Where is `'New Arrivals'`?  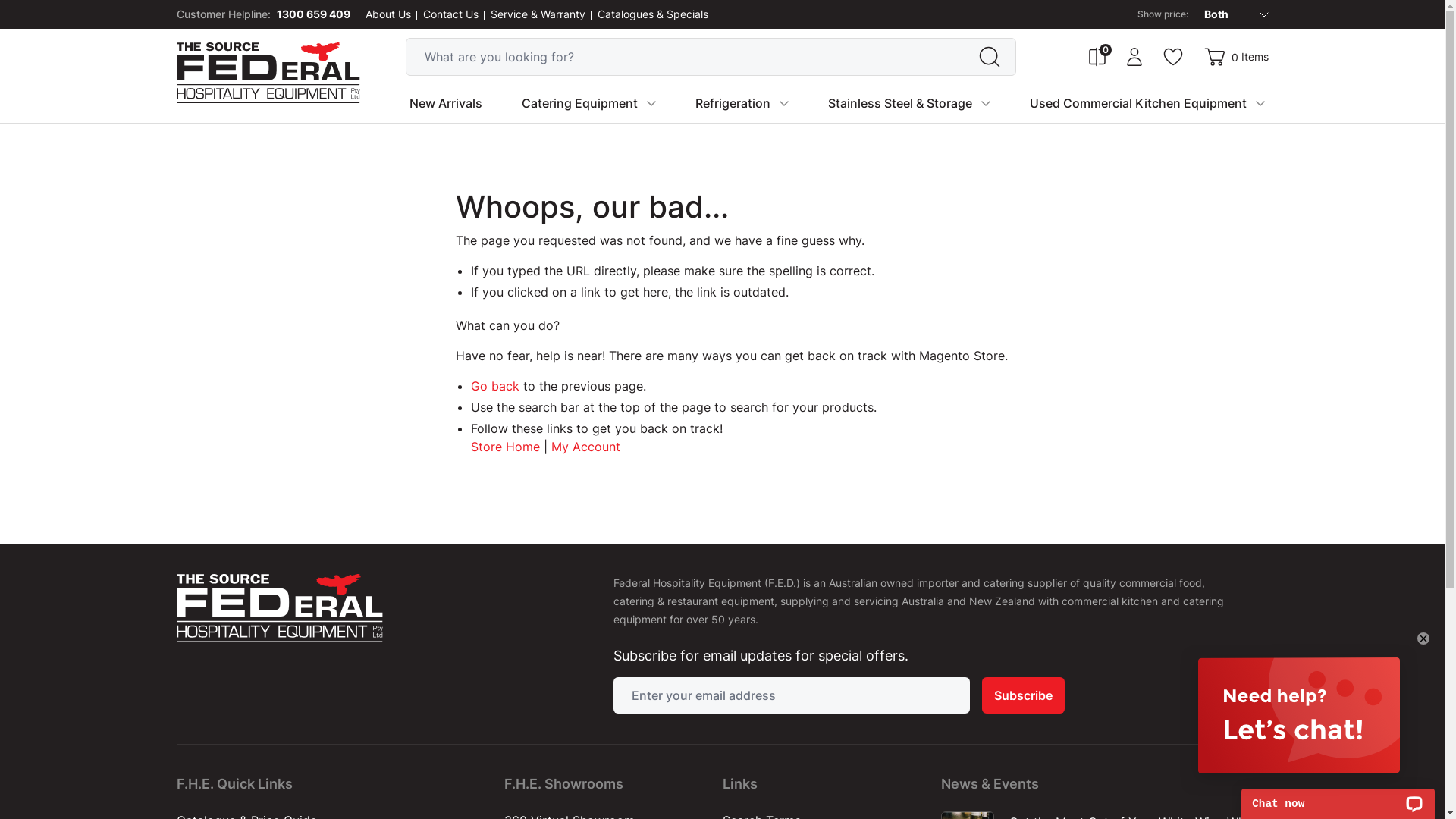
'New Arrivals' is located at coordinates (445, 102).